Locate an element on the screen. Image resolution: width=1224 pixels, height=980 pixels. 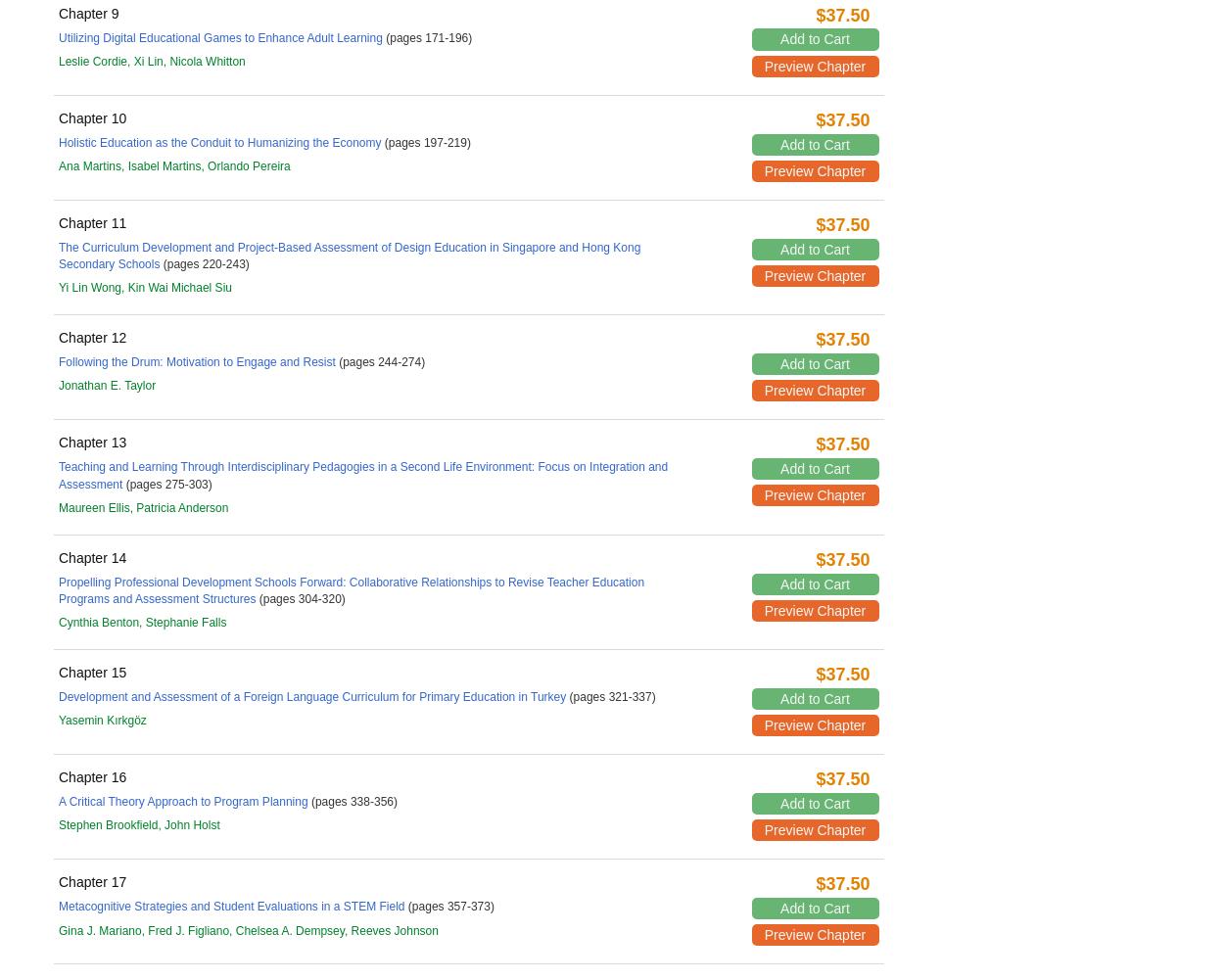
'Yi Lin Wong, Kin Wai Michael Siu' is located at coordinates (59, 287).